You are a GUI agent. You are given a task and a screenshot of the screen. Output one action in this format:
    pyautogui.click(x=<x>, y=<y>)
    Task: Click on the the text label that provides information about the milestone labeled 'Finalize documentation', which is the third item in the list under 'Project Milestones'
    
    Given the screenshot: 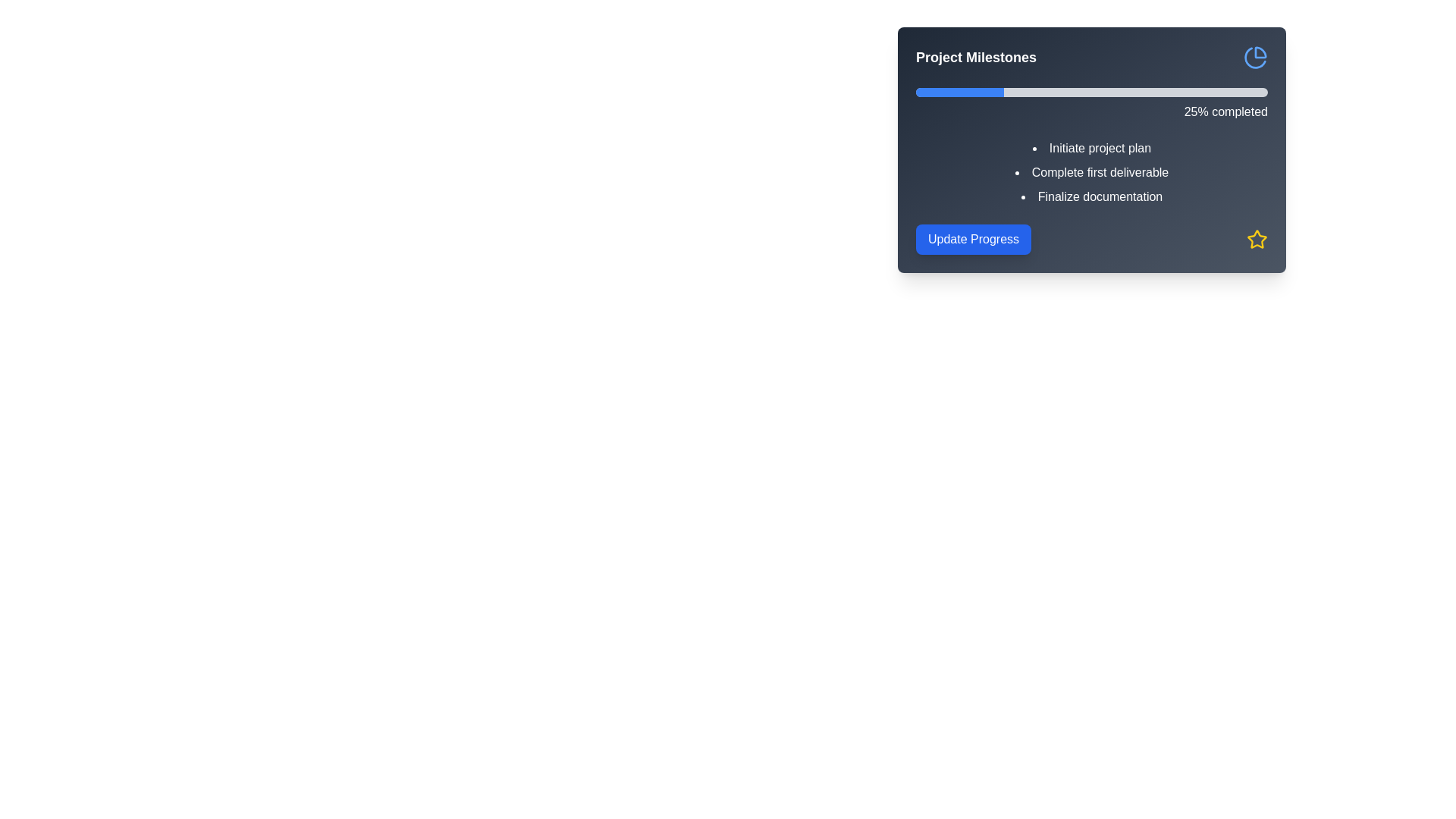 What is the action you would take?
    pyautogui.click(x=1092, y=196)
    